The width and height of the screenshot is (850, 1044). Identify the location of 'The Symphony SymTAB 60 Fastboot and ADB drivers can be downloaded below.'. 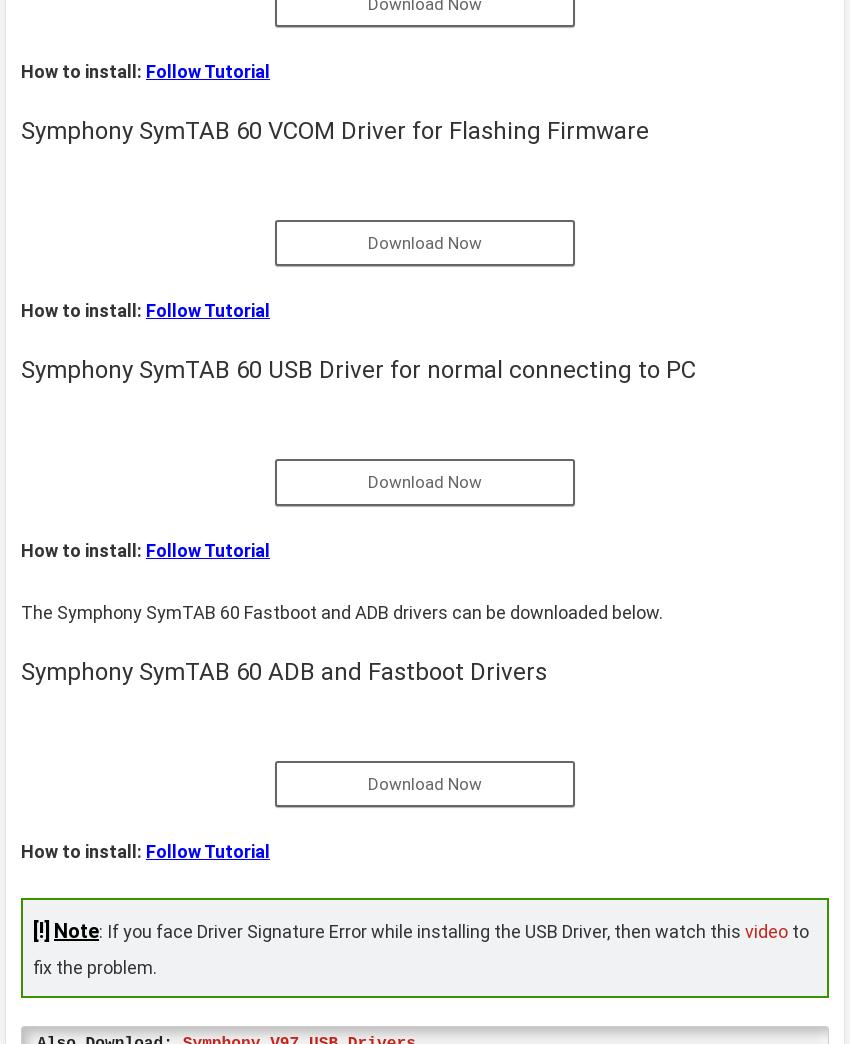
(341, 611).